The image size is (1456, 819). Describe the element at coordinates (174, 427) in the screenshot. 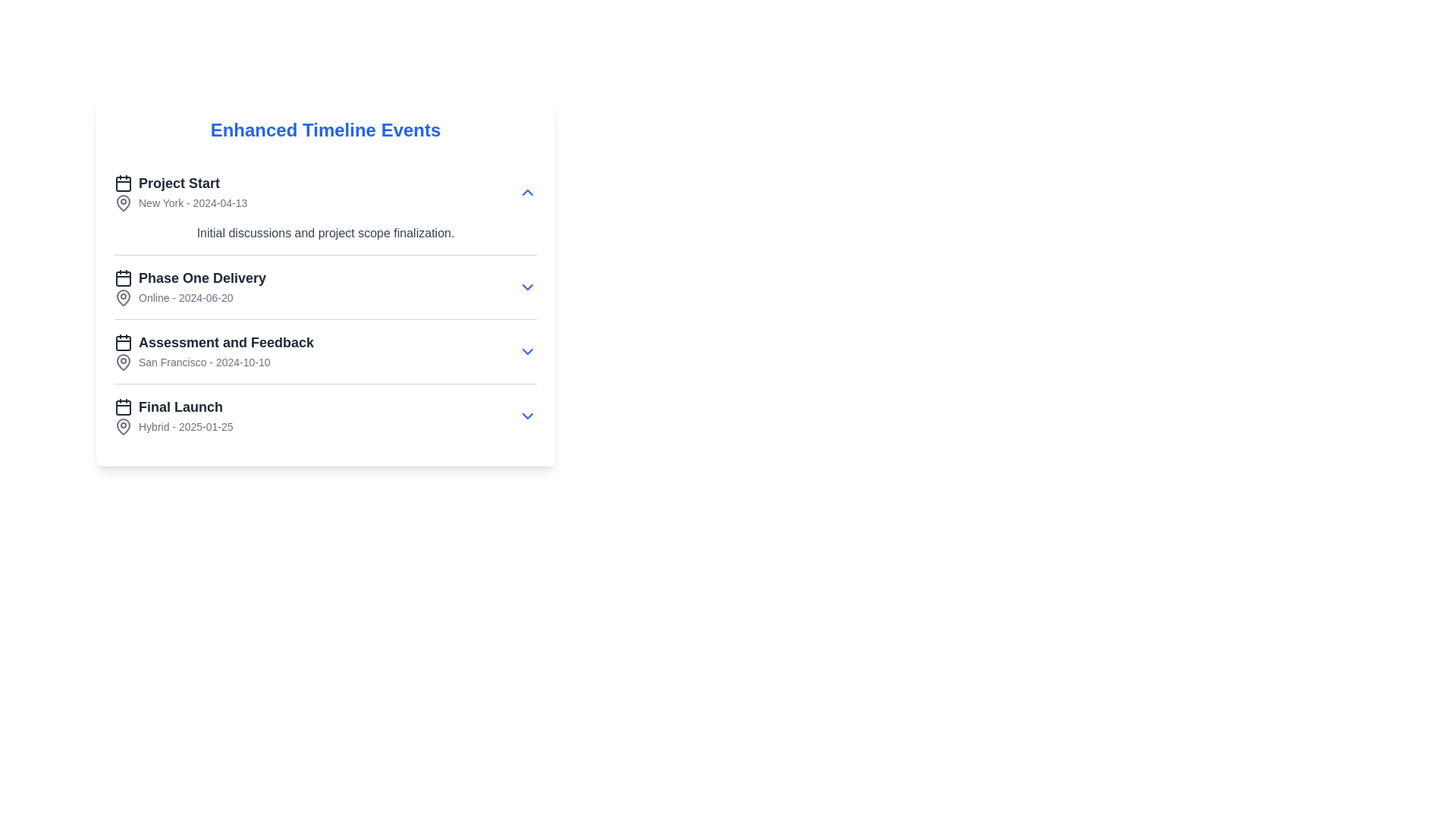

I see `displayed text from the Label located below the 'Final Launch' title in the 'Enhanced Timeline Events' section, which is the last element pertaining to the 'Final Launch' event` at that location.